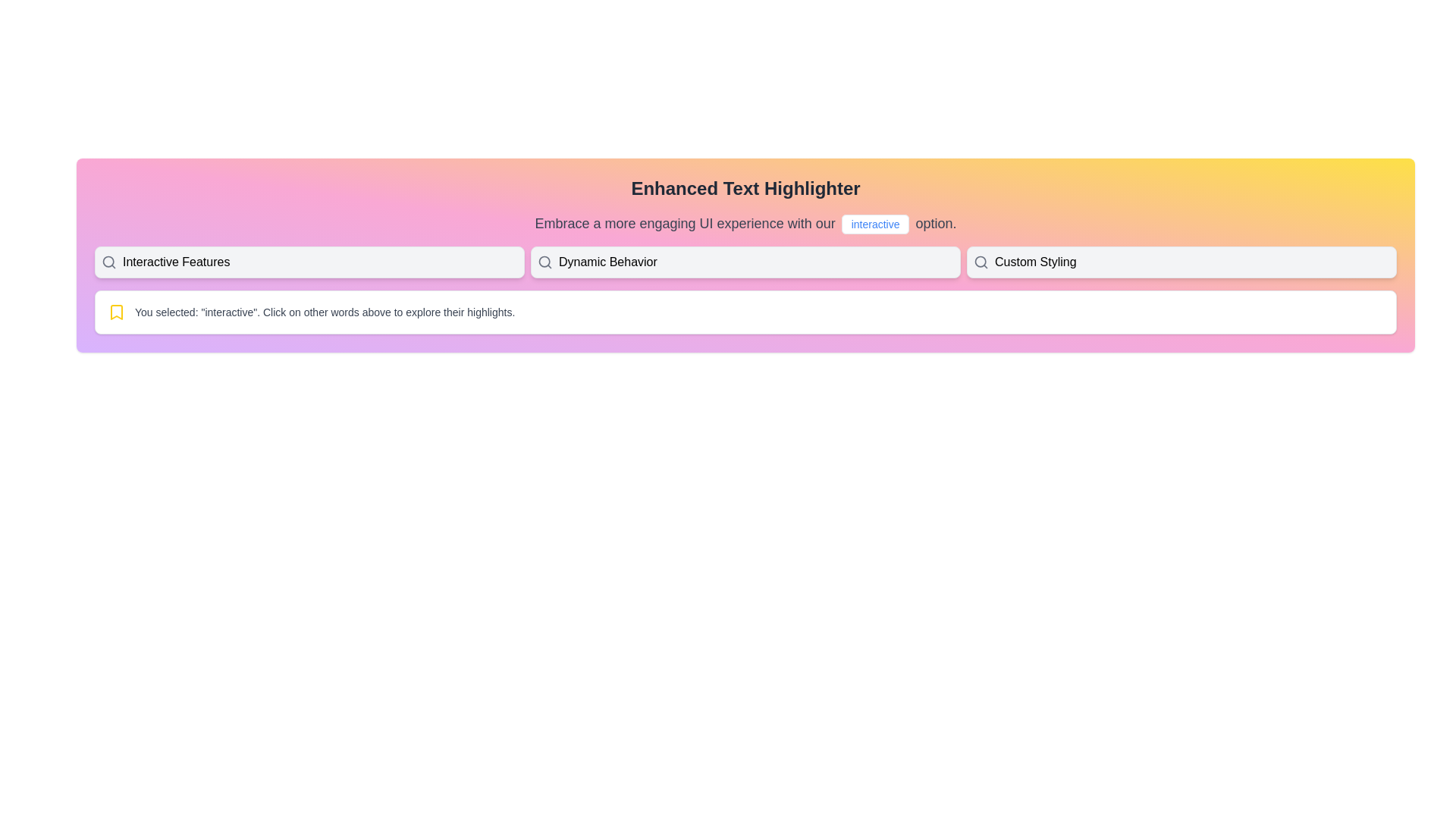 This screenshot has height=819, width=1456. Describe the element at coordinates (1181, 262) in the screenshot. I see `the 'Custom Styling' button using keyboard navigation` at that location.